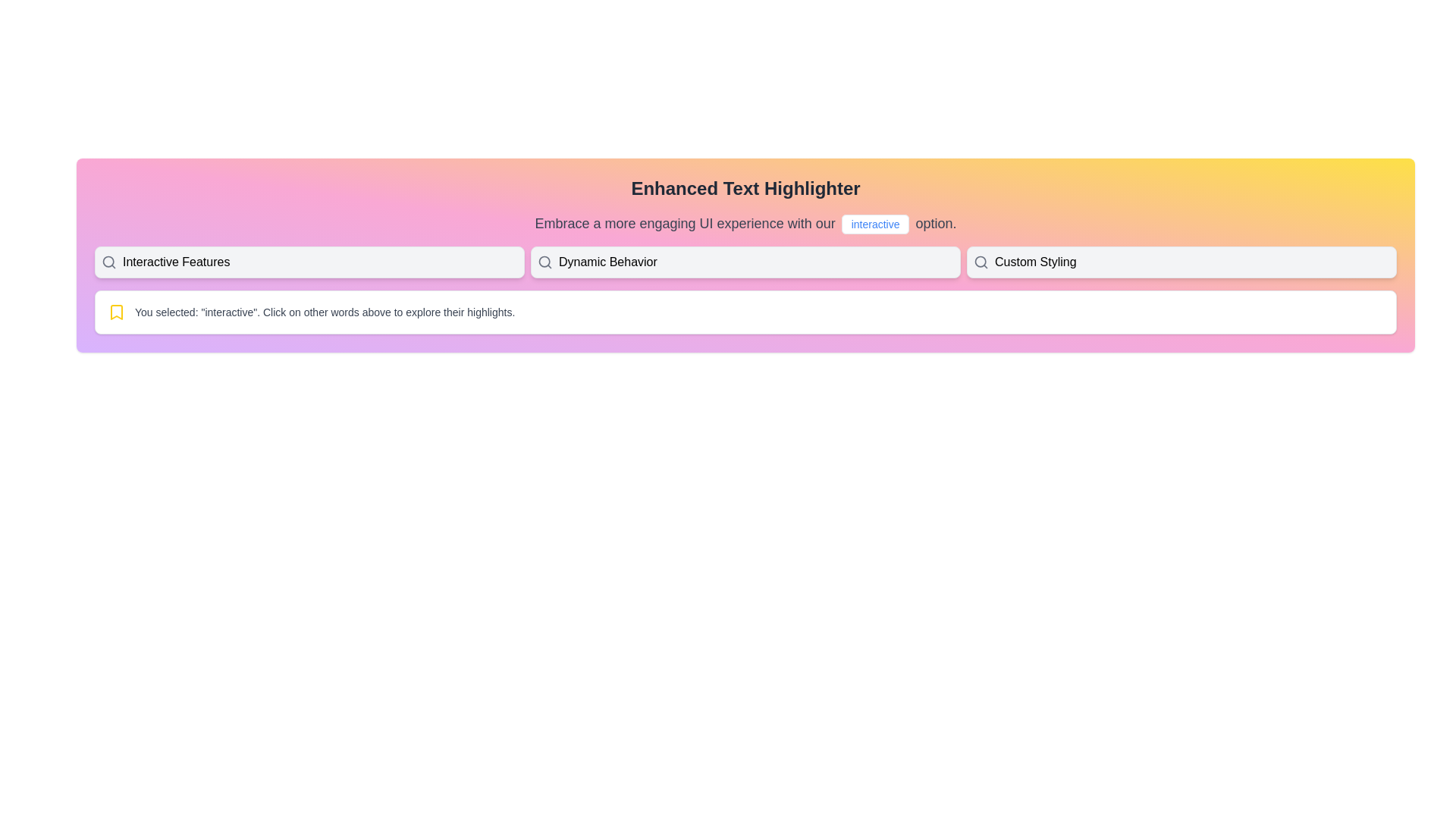 This screenshot has height=819, width=1456. Describe the element at coordinates (1181, 262) in the screenshot. I see `the 'Custom Styling' button using keyboard navigation` at that location.